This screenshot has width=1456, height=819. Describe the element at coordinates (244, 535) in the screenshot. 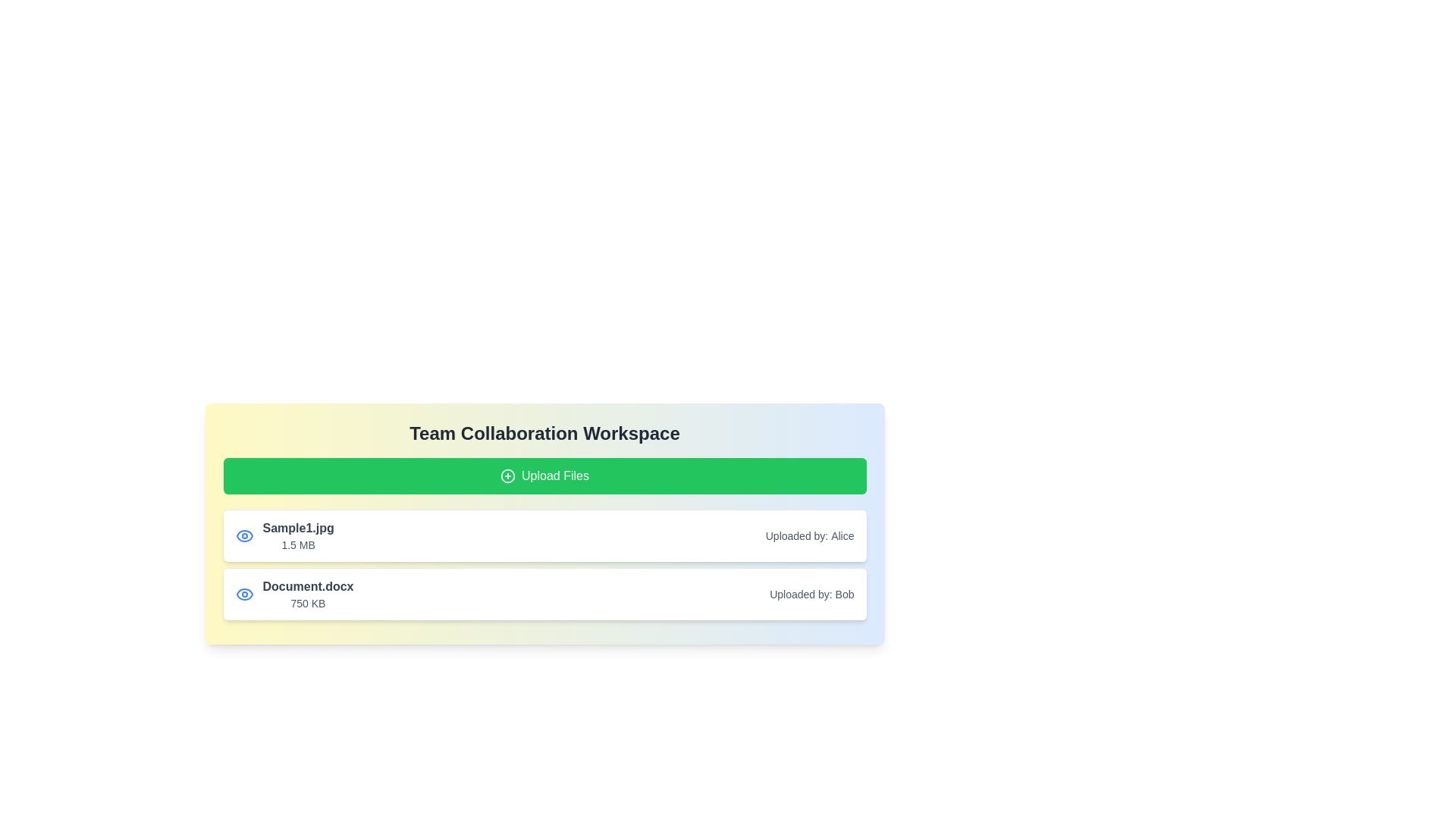

I see `the blue SVG eye icon located to the left of the filename 'Sample1.jpg' in the file list item` at that location.